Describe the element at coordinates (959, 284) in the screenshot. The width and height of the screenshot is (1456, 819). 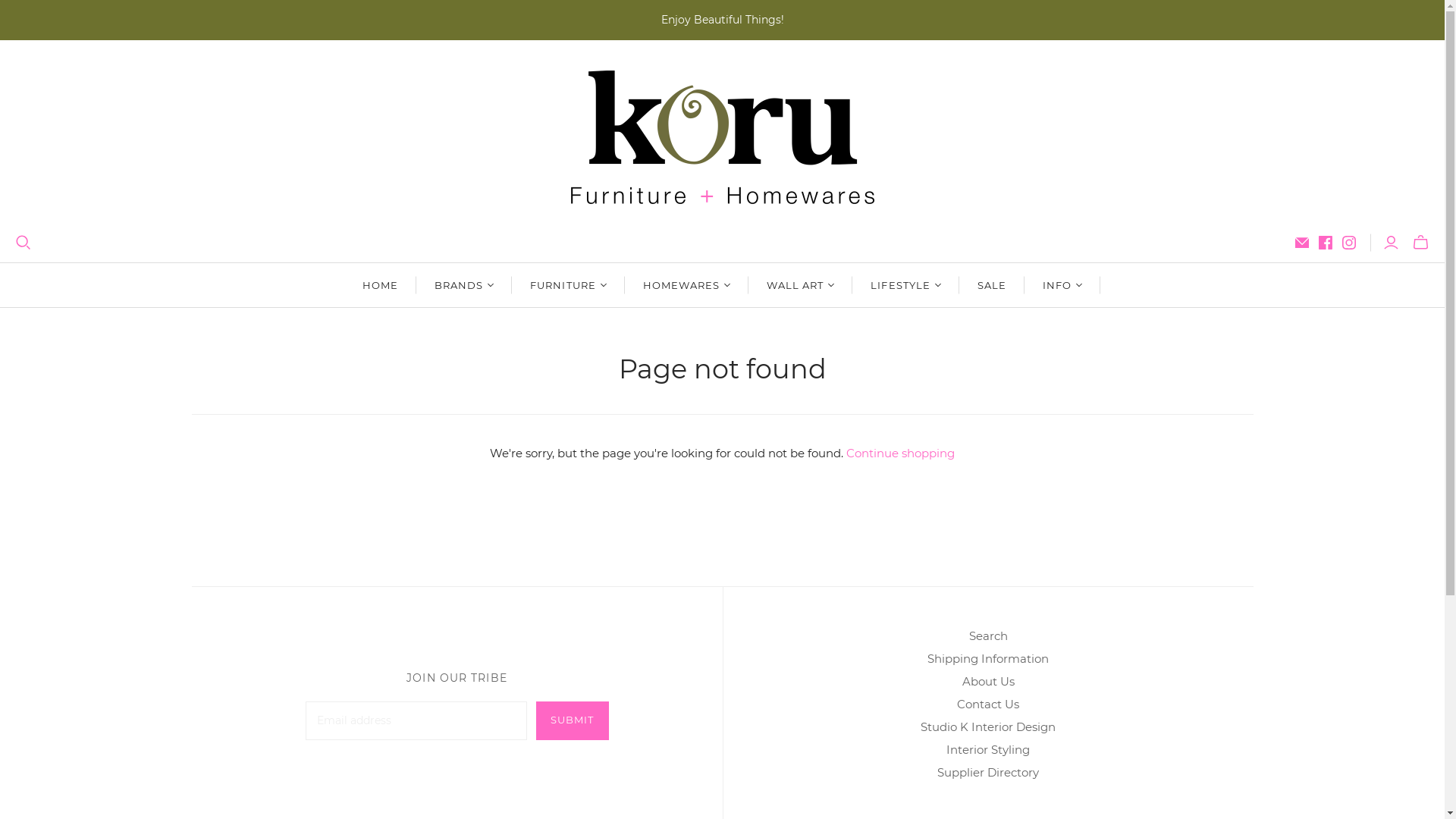
I see `'SALE'` at that location.